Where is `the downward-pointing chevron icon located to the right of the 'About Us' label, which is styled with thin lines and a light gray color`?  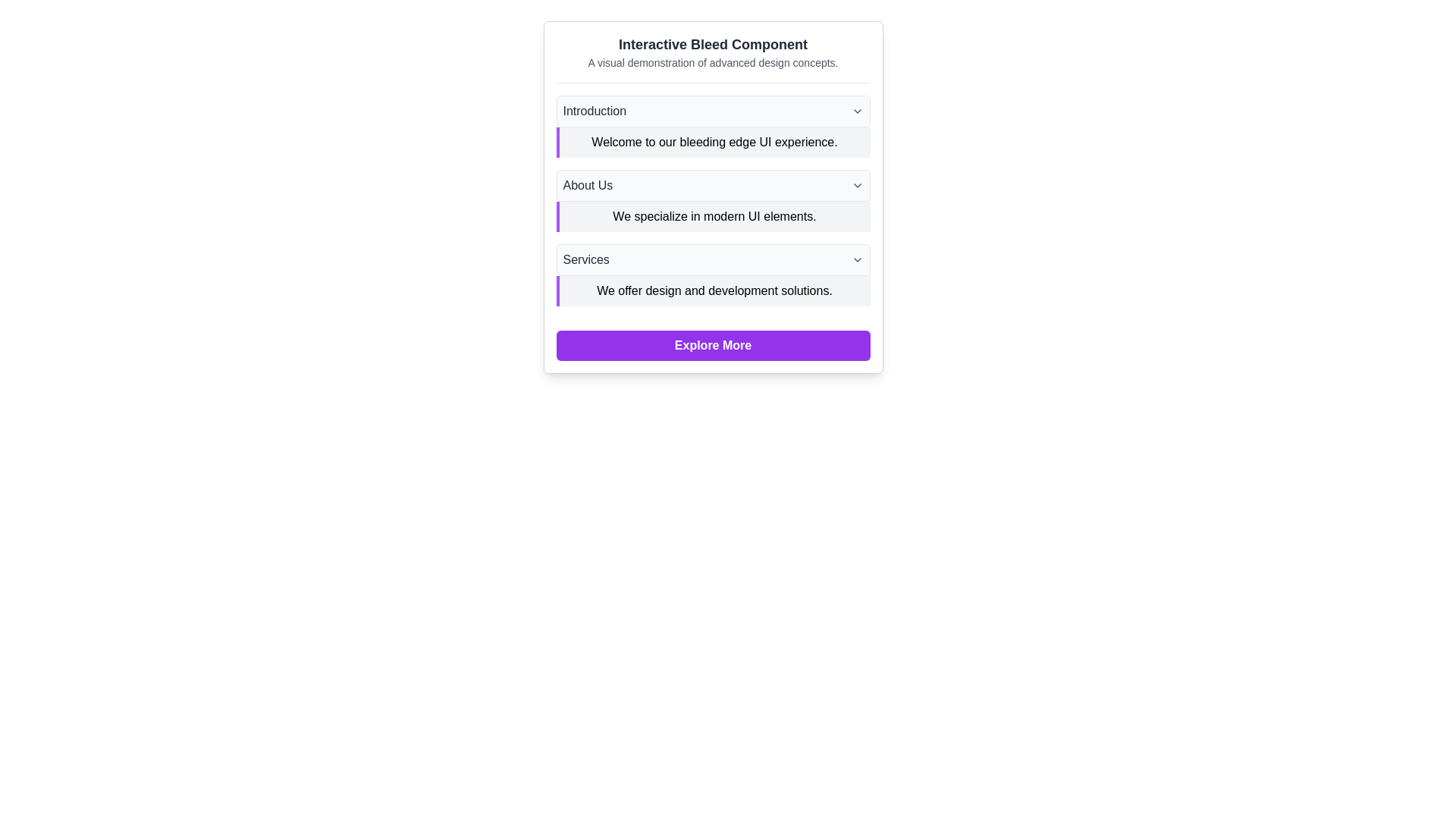 the downward-pointing chevron icon located to the right of the 'About Us' label, which is styled with thin lines and a light gray color is located at coordinates (857, 185).